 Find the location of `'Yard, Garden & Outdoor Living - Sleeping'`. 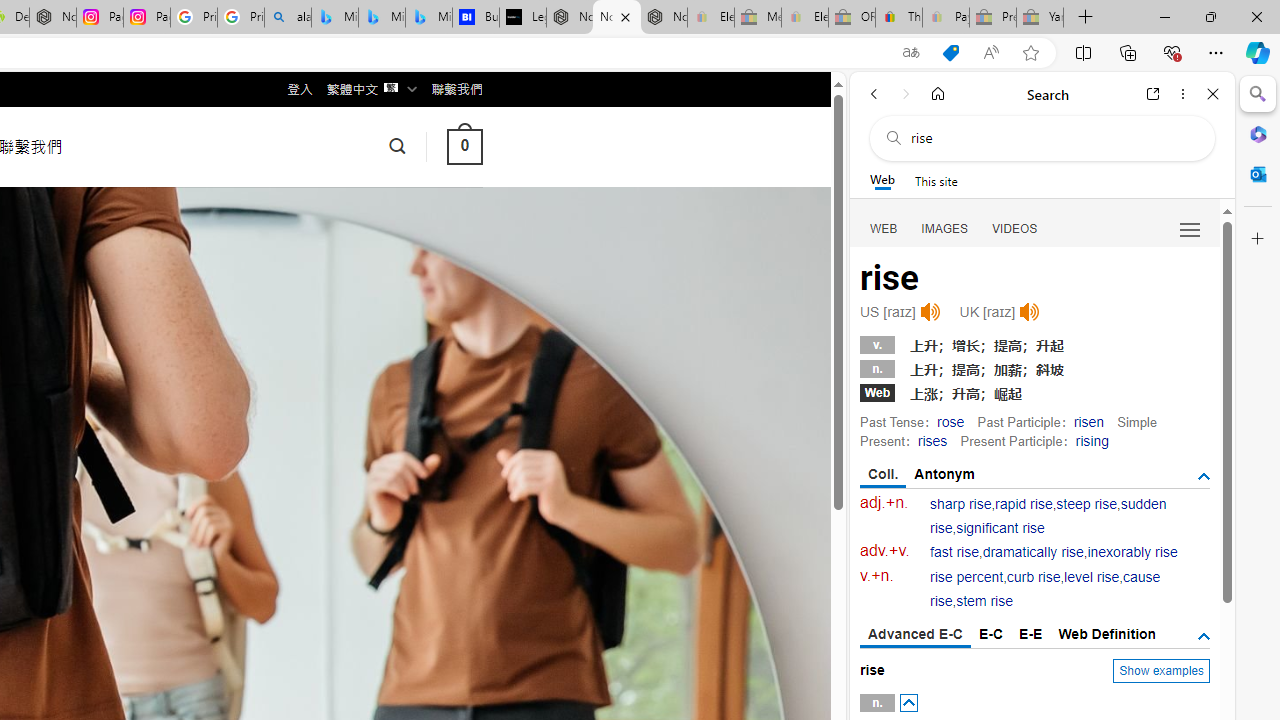

'Yard, Garden & Outdoor Living - Sleeping' is located at coordinates (1040, 17).